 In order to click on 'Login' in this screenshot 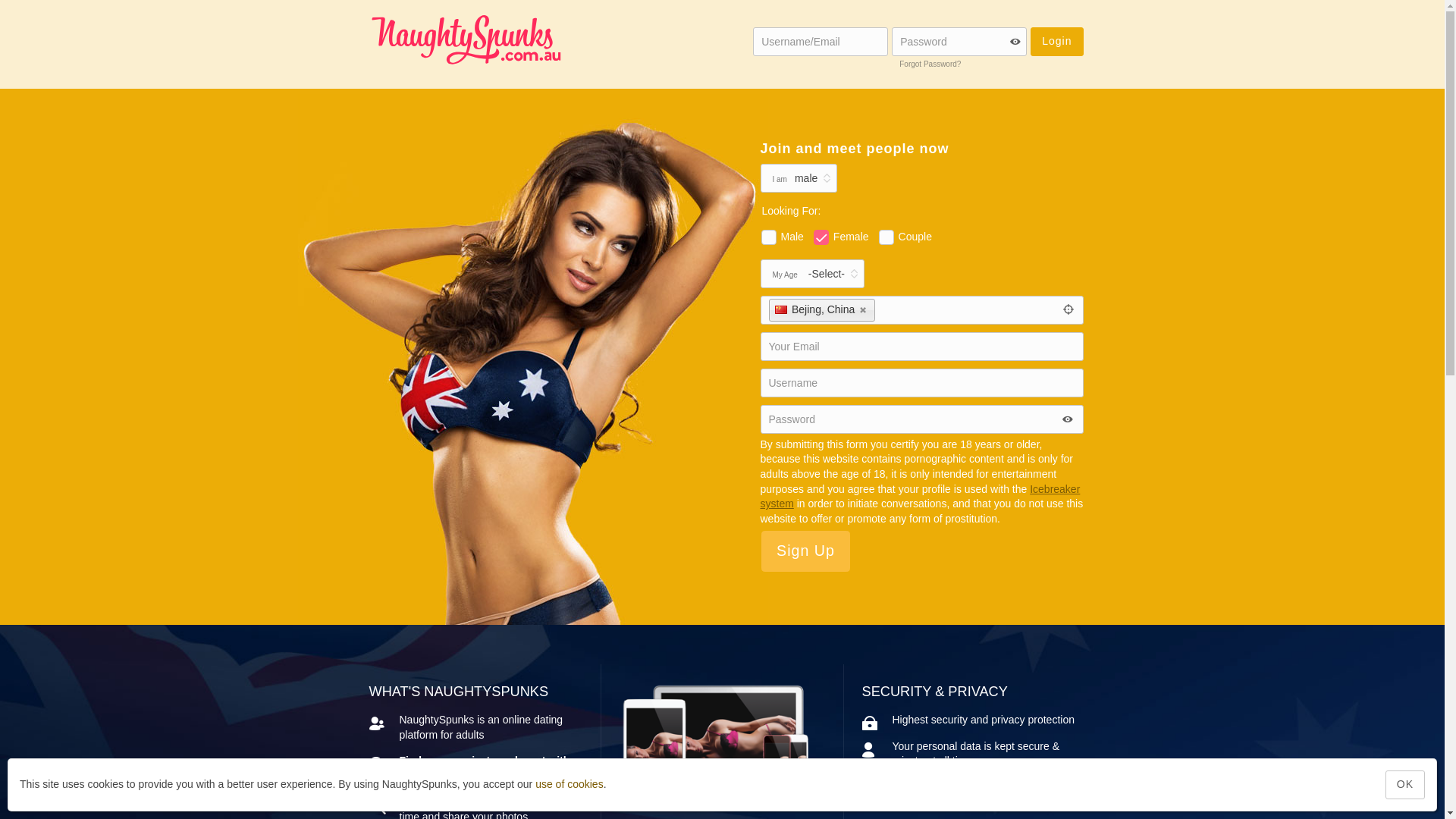, I will do `click(1030, 40)`.